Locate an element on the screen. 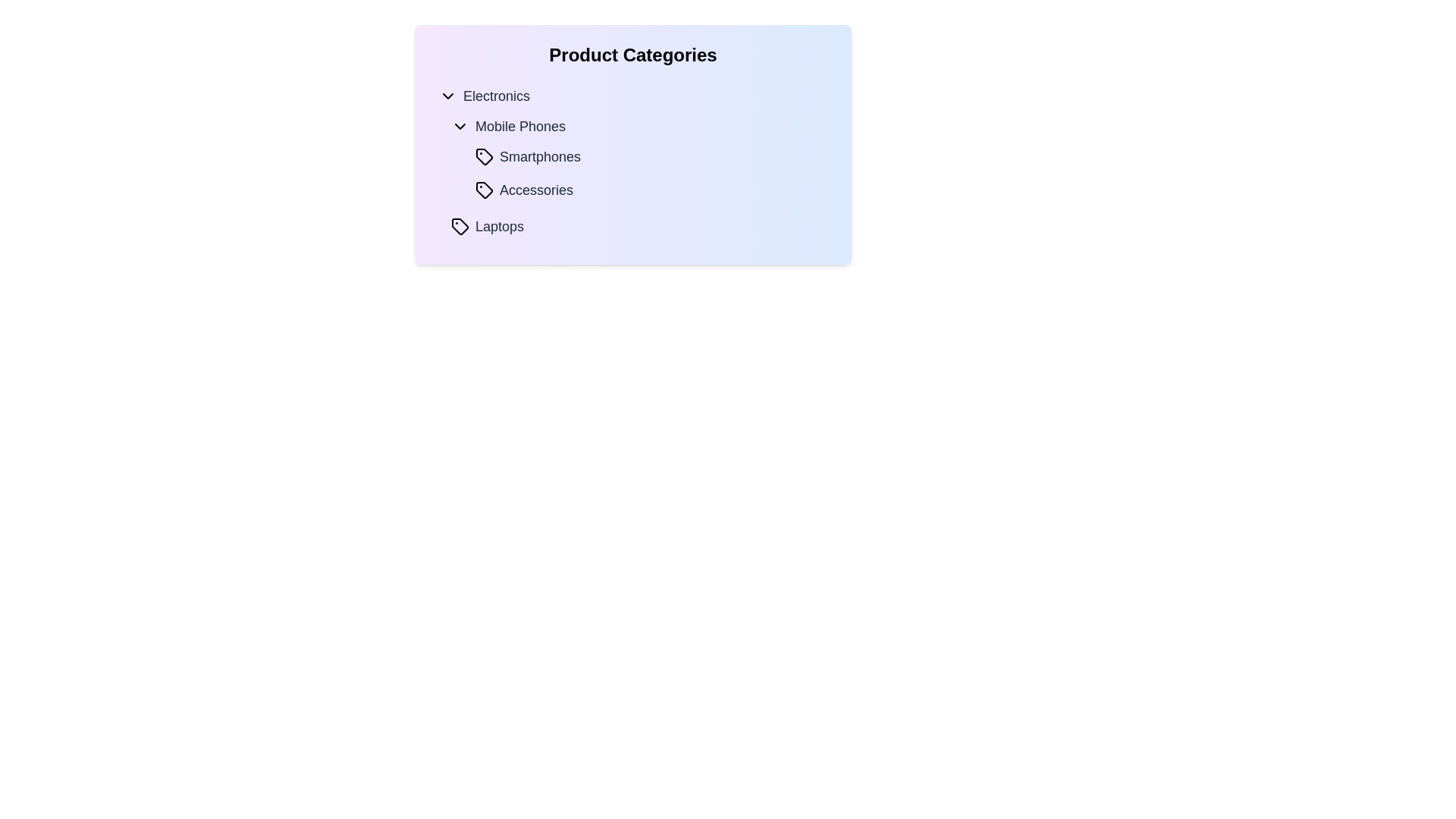  the 'Laptops' category menu item located at the bottom of the list under the expanded 'Mobile Phones' category in the 'Product Categories' section is located at coordinates (633, 227).